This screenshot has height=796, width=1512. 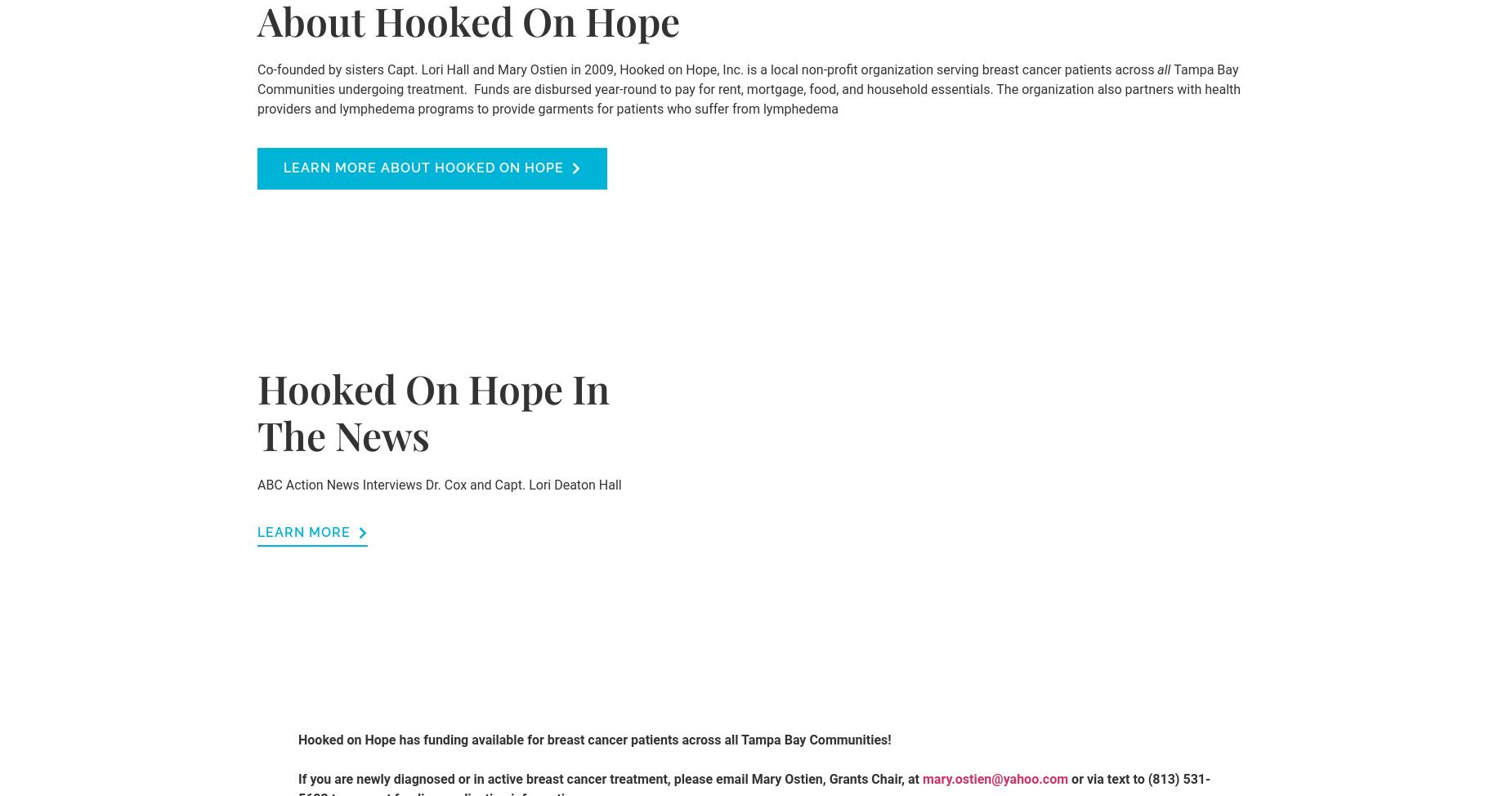 I want to click on 'Hooked On Hope In The News', so click(x=433, y=410).